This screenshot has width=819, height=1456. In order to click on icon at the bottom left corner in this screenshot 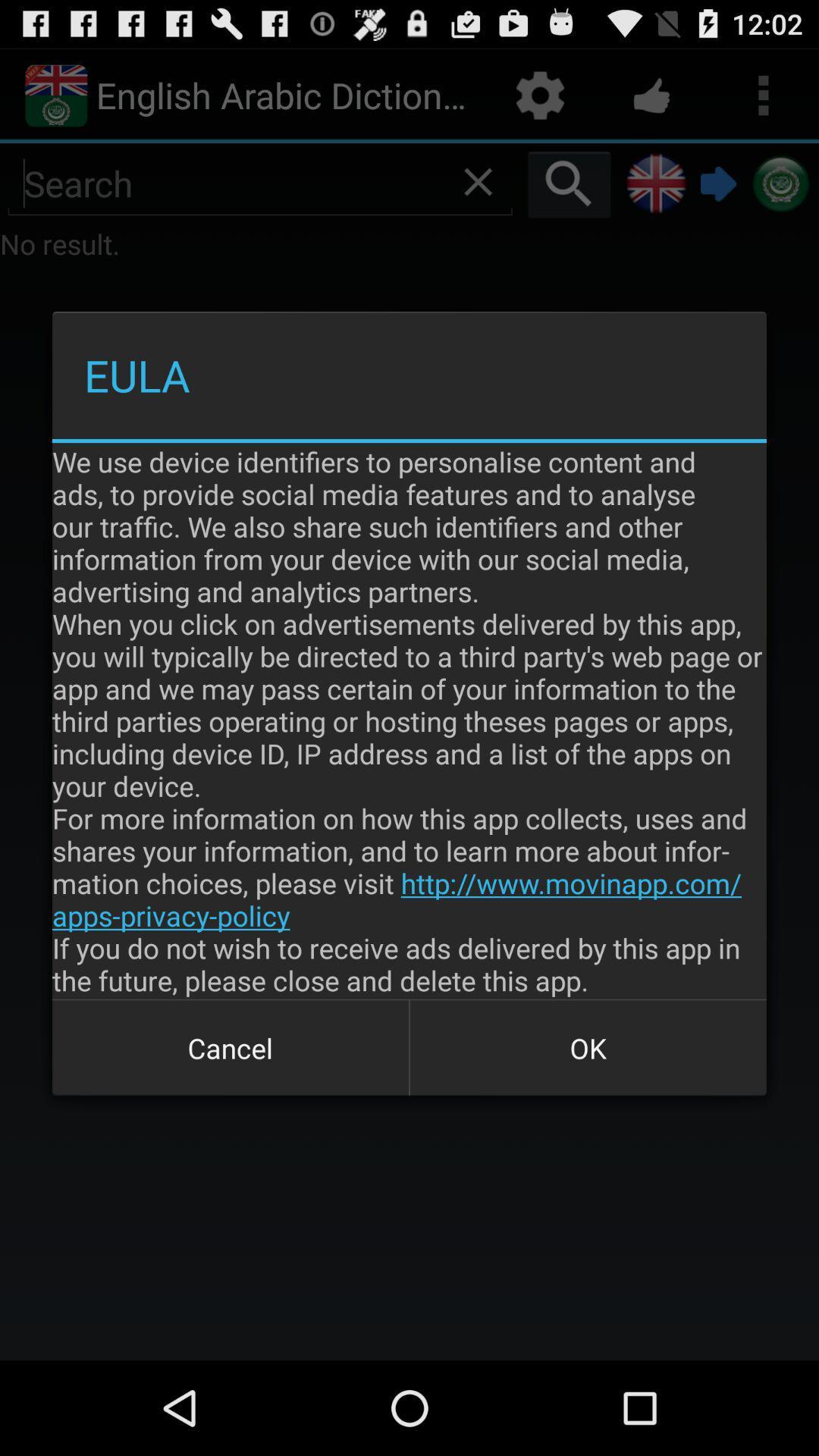, I will do `click(231, 1047)`.